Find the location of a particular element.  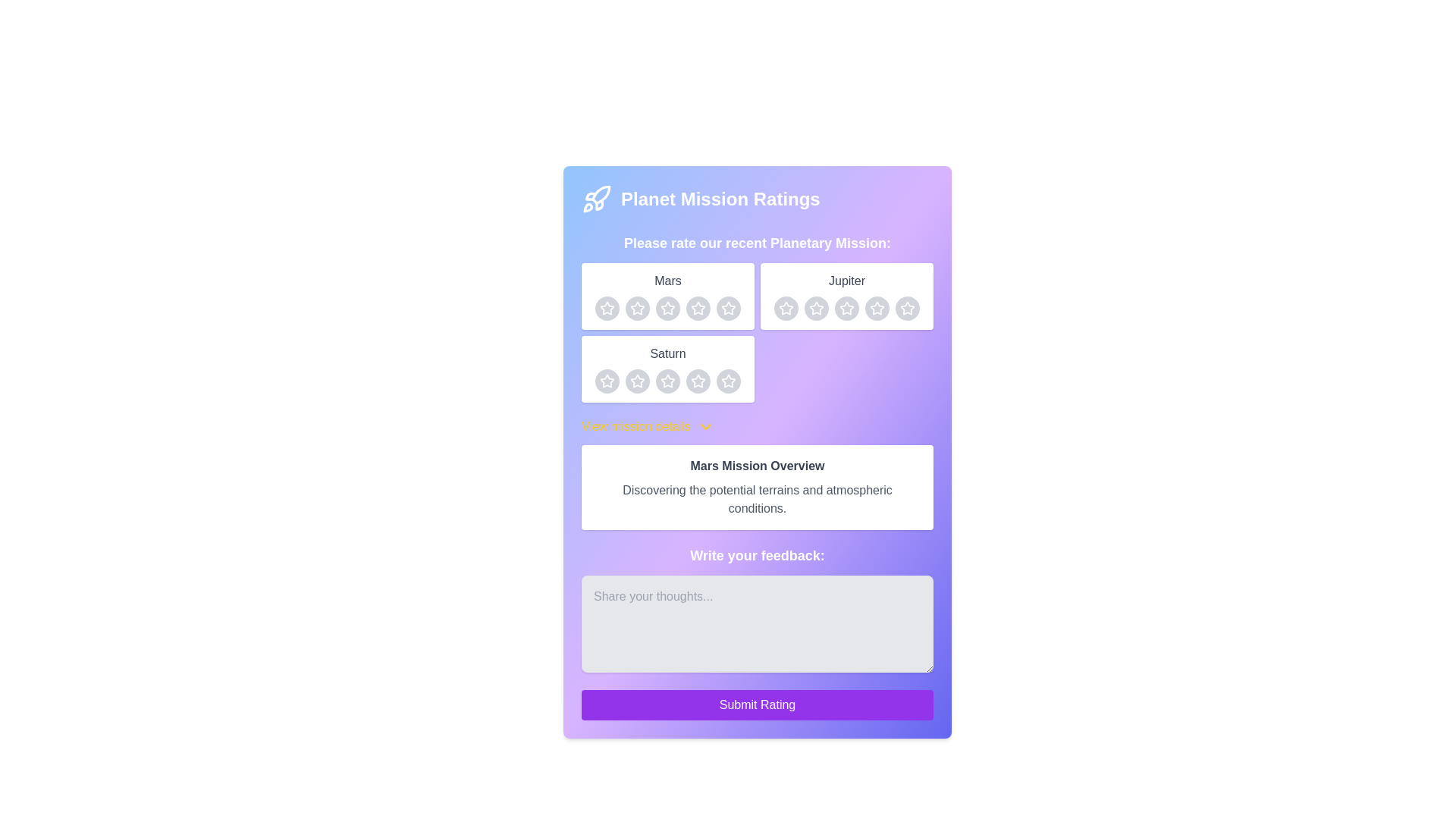

the third circular star button with a gray background and a white hollow star icon under the heading 'Saturn' is located at coordinates (667, 380).